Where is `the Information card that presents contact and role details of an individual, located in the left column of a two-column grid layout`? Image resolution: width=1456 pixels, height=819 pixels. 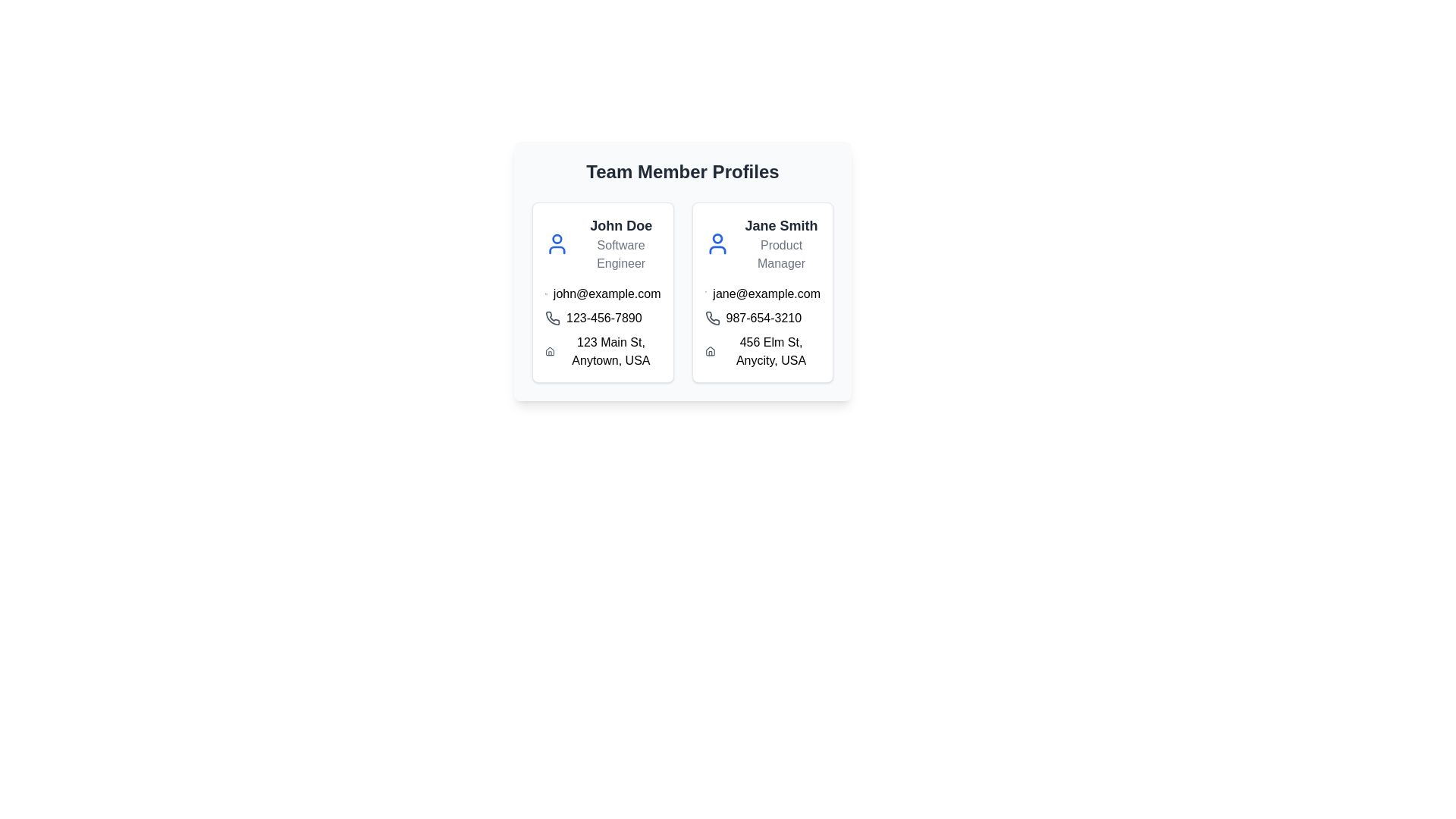
the Information card that presents contact and role details of an individual, located in the left column of a two-column grid layout is located at coordinates (602, 292).